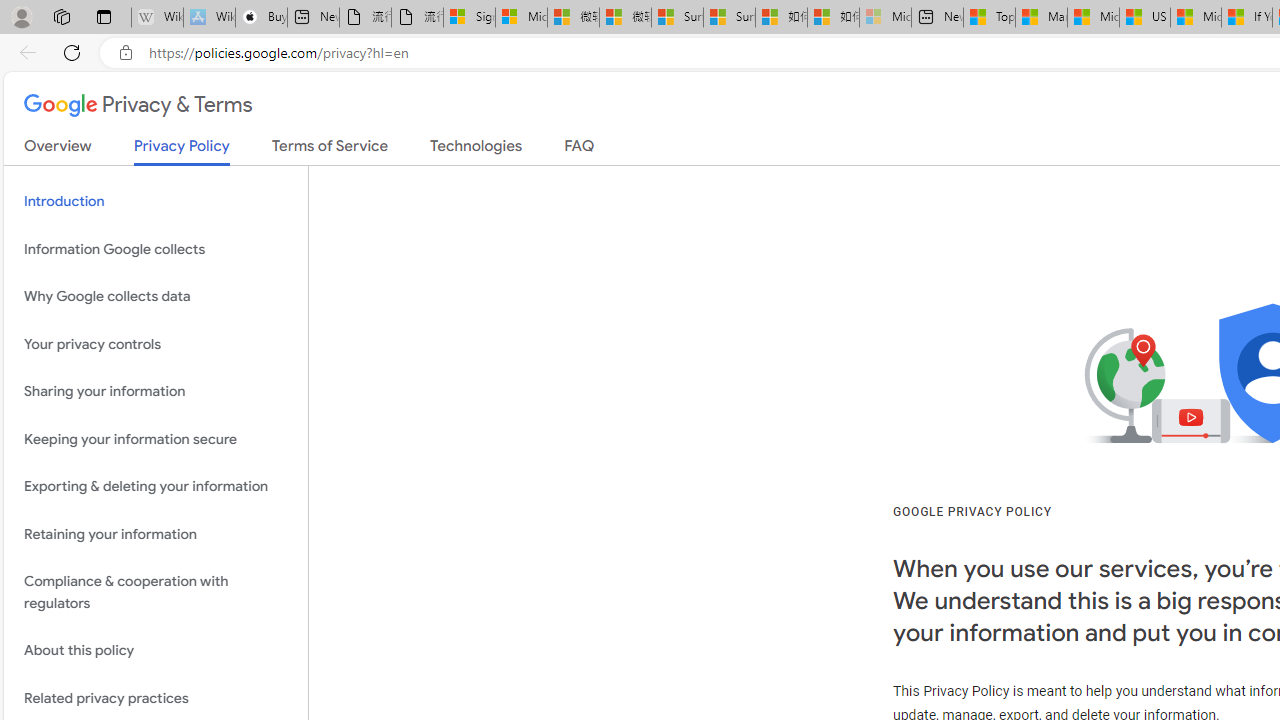  I want to click on 'Information Google collects', so click(155, 248).